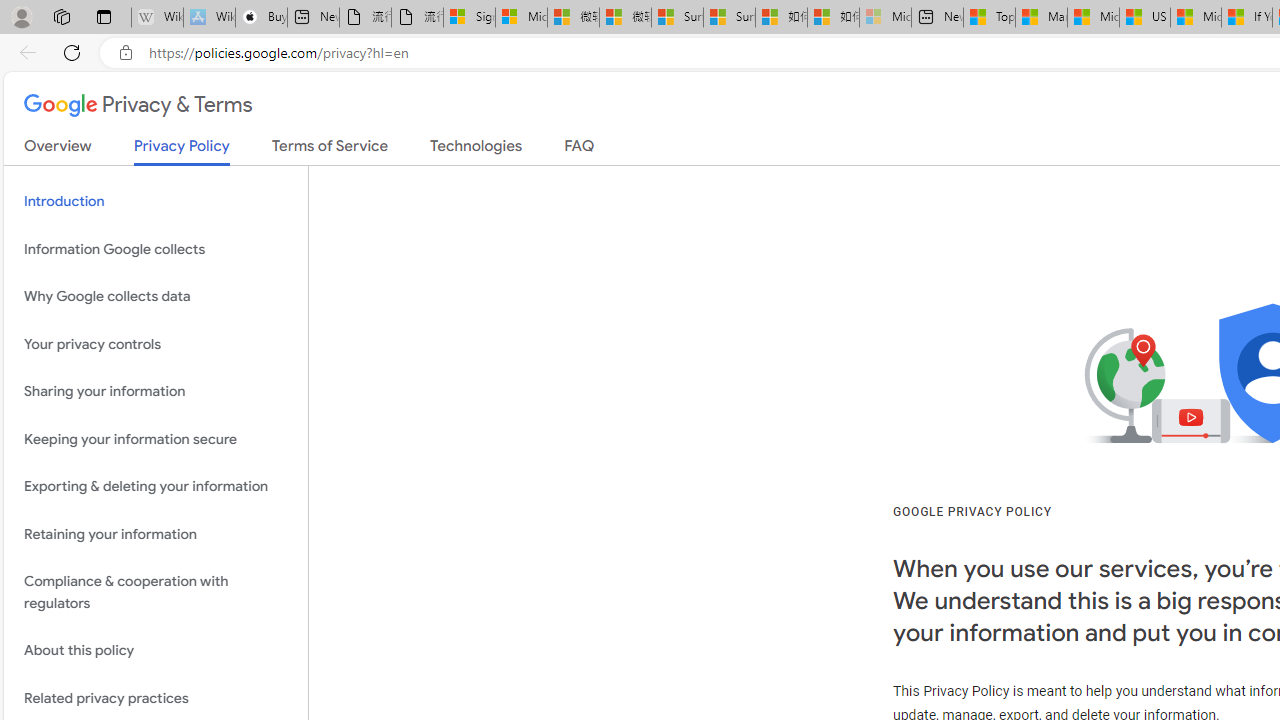  I want to click on 'Information Google collects', so click(155, 248).